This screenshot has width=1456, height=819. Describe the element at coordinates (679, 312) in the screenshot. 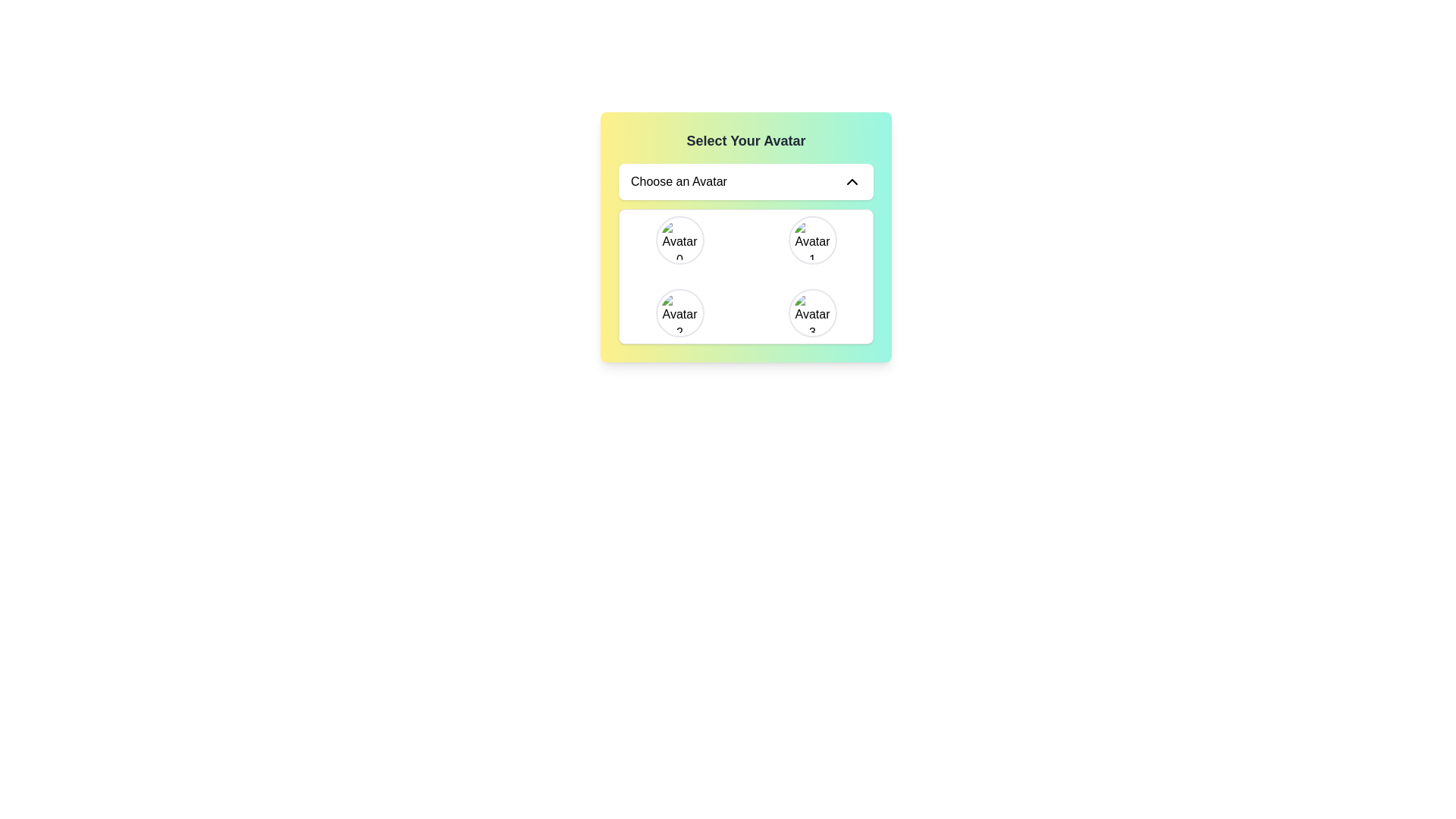

I see `the bottom-left circular avatar icon labeled 'Avatar 2' in the 'Select Your Avatar' selection menu` at that location.